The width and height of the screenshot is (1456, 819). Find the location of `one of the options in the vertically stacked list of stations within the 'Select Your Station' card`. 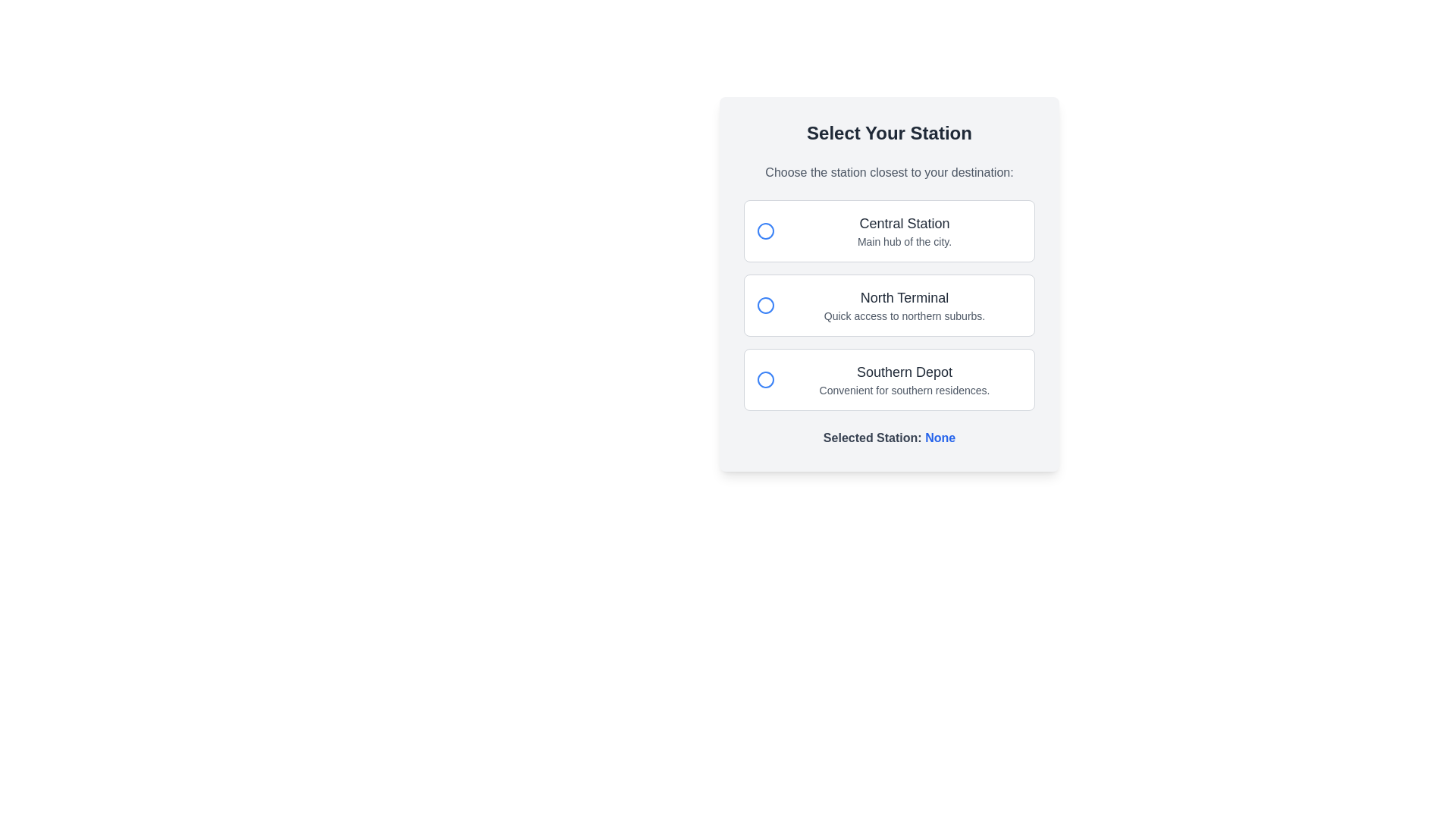

one of the options in the vertically stacked list of stations within the 'Select Your Station' card is located at coordinates (889, 305).